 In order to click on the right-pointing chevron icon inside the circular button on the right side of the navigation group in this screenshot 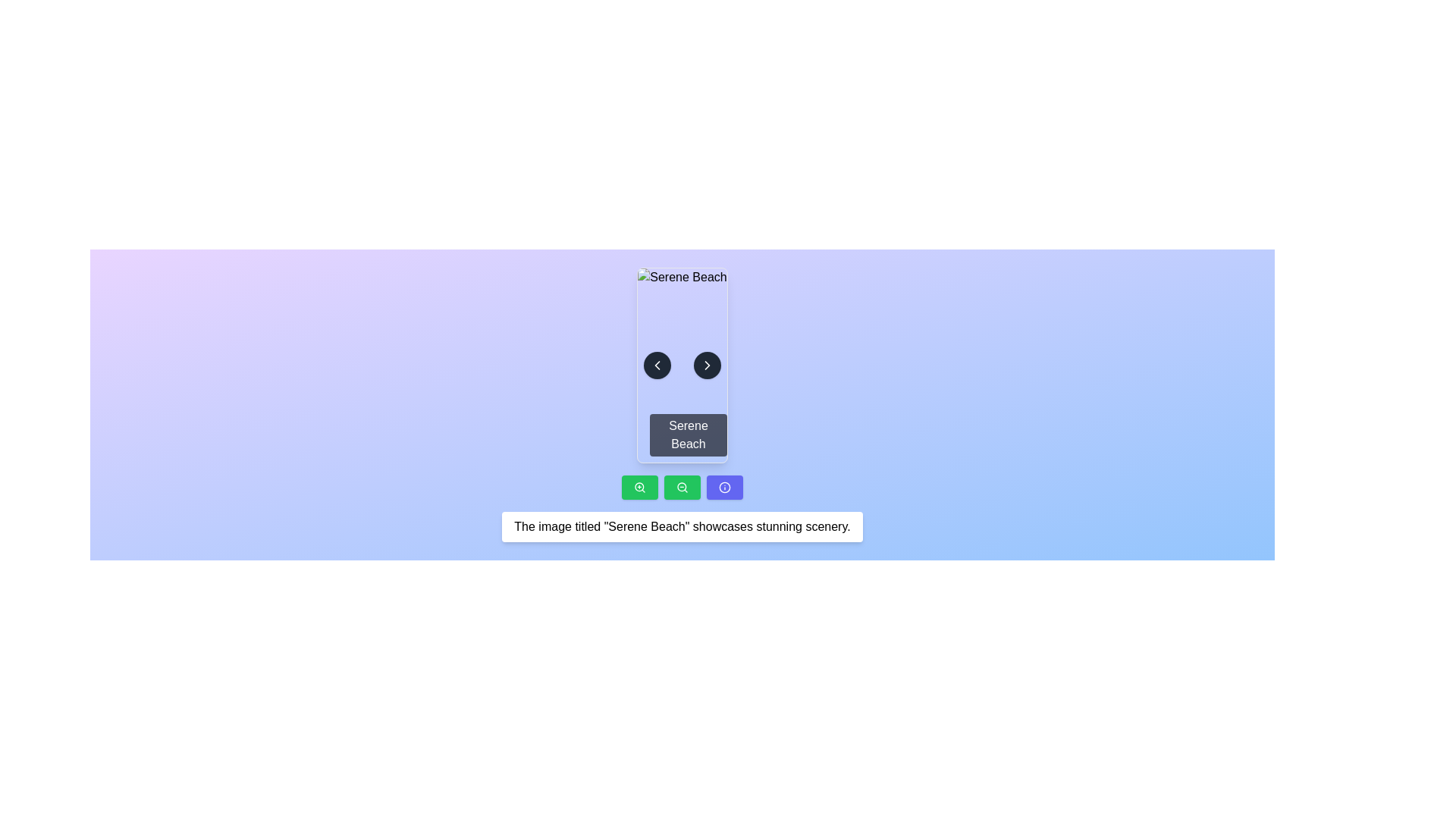, I will do `click(706, 366)`.